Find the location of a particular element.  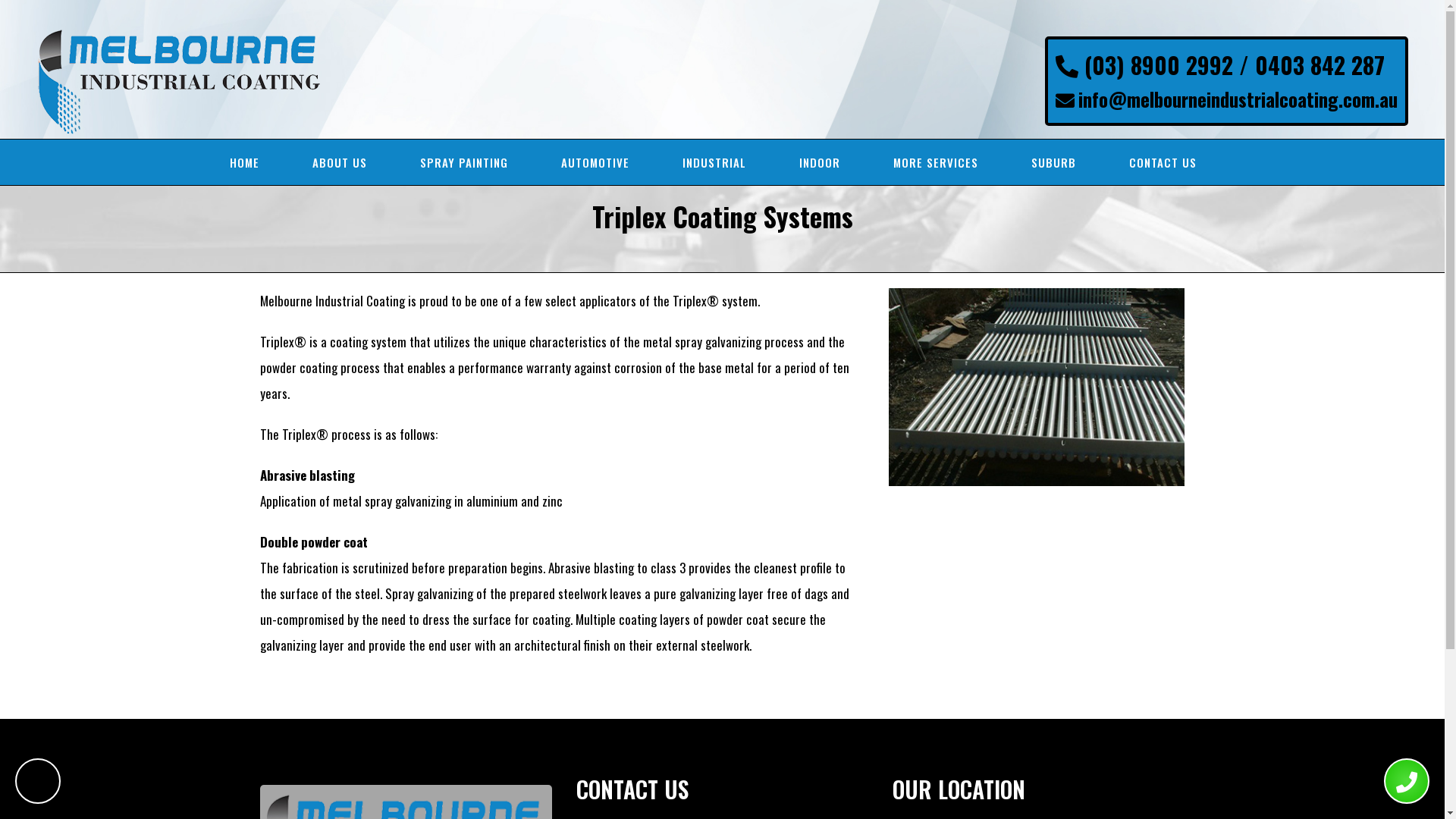

'SPRAY PAINTING' is located at coordinates (463, 162).